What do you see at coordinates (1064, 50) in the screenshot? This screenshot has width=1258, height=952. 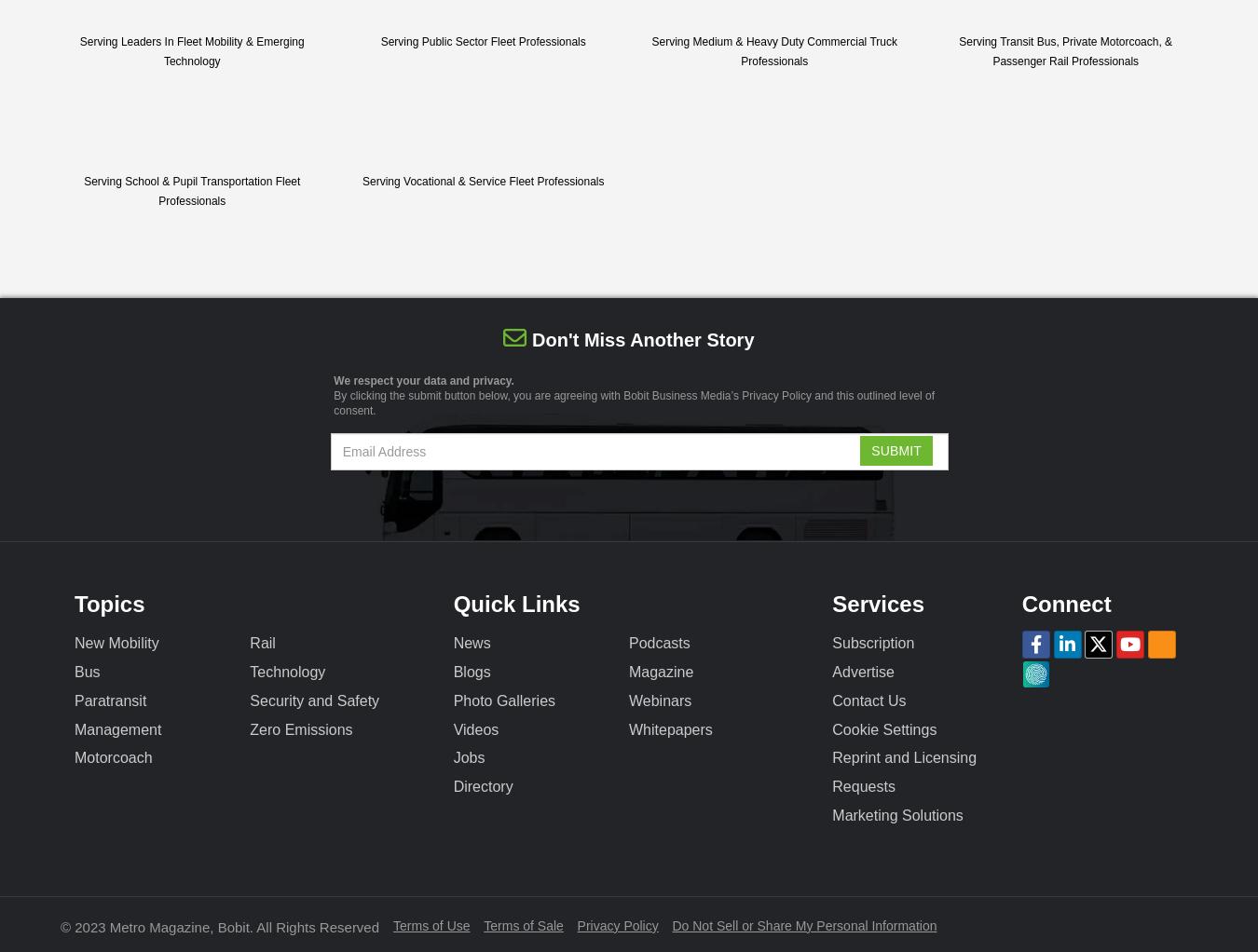 I see `'Serving Transit Bus, Private Motorcoach, & Passenger Rail Professionals'` at bounding box center [1064, 50].